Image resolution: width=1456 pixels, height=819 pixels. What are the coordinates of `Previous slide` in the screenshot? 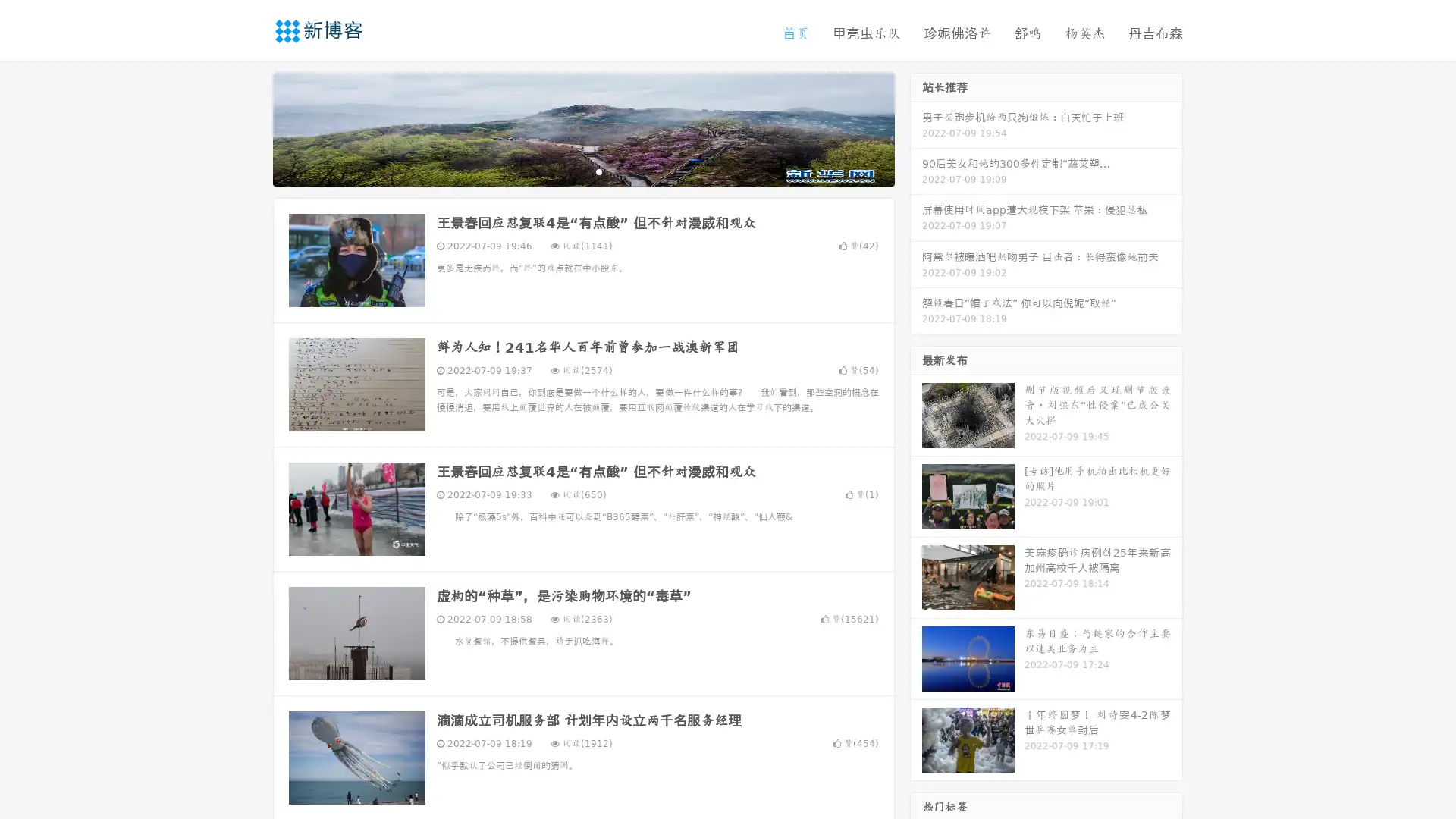 It's located at (250, 127).